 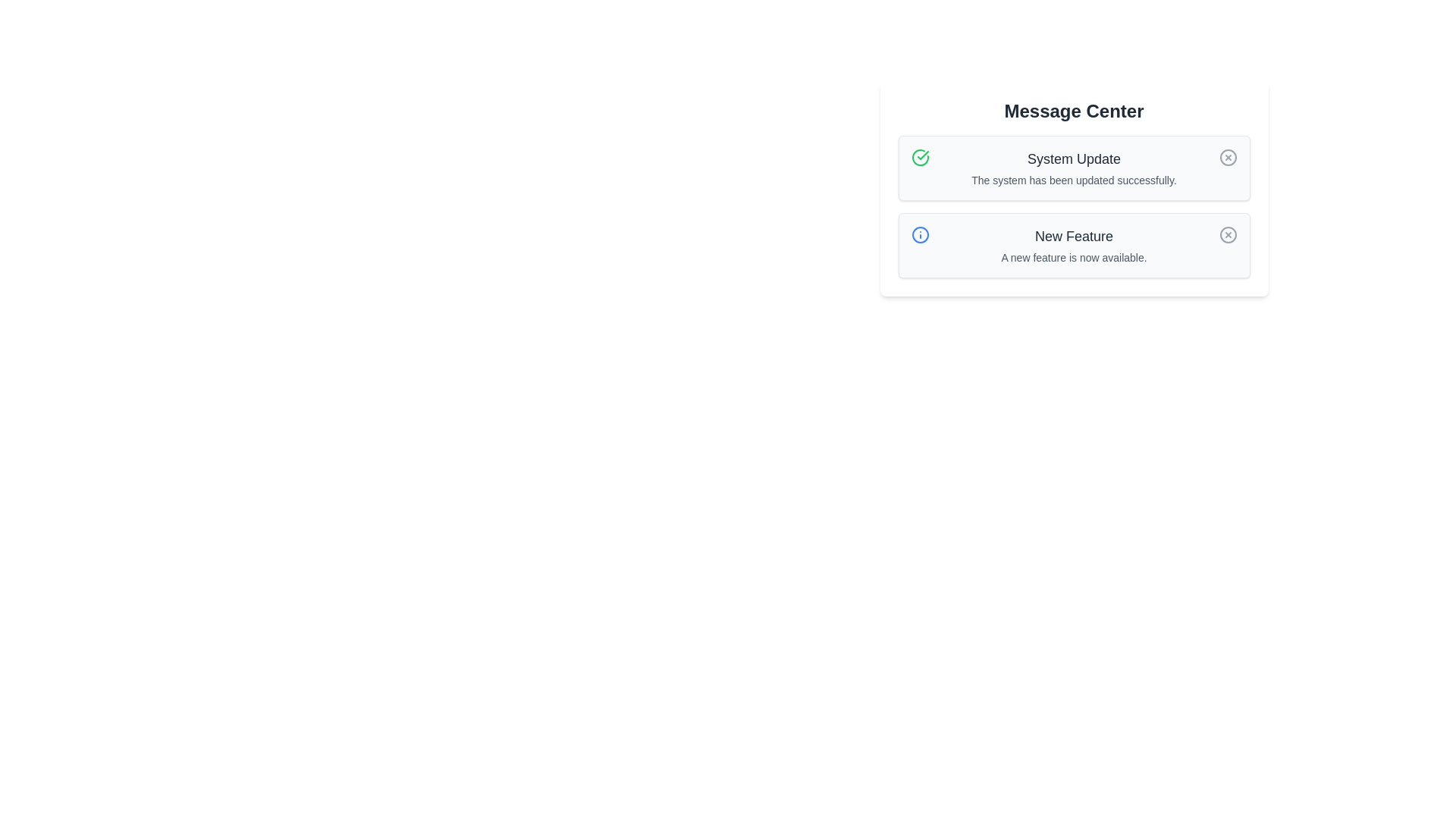 What do you see at coordinates (919, 234) in the screenshot?
I see `the blue circular shape with a white center in the 'New Feature' message section of the 'Message Center' interface` at bounding box center [919, 234].